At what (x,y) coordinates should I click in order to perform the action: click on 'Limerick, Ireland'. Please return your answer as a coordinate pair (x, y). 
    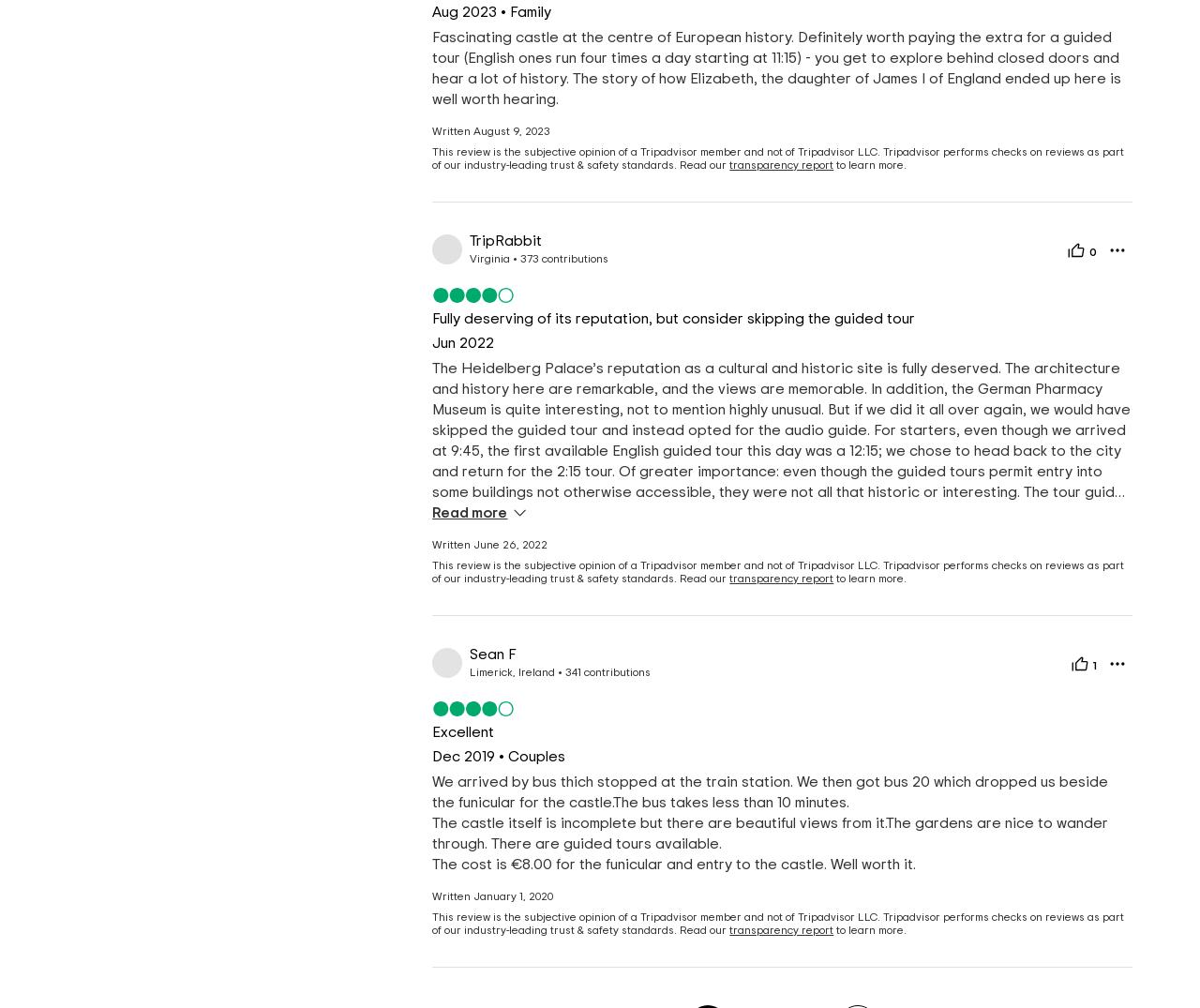
    Looking at the image, I should click on (469, 671).